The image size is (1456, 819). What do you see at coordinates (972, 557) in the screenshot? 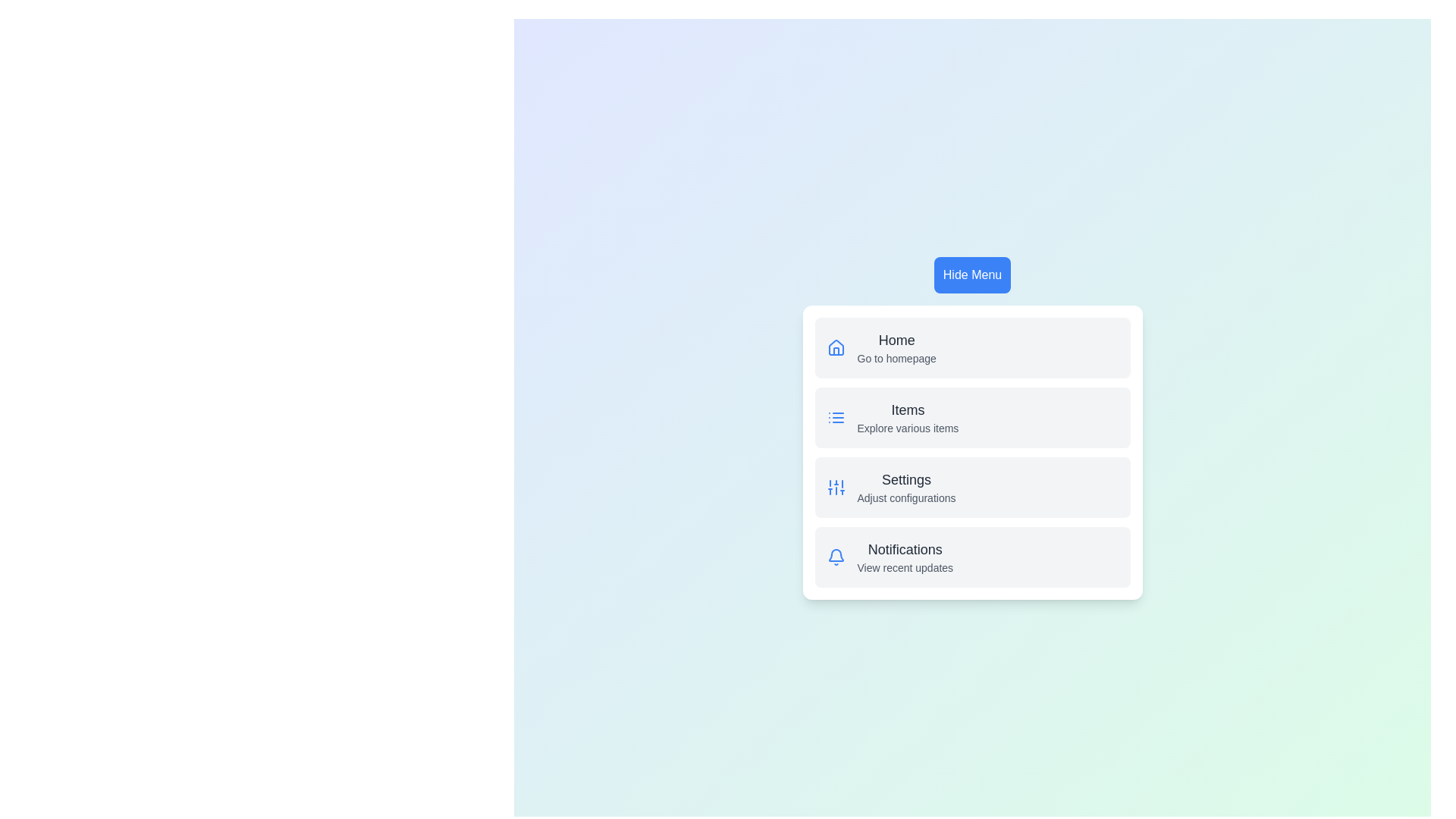
I see `the menu item labeled Notifications to observe the hover state change` at bounding box center [972, 557].